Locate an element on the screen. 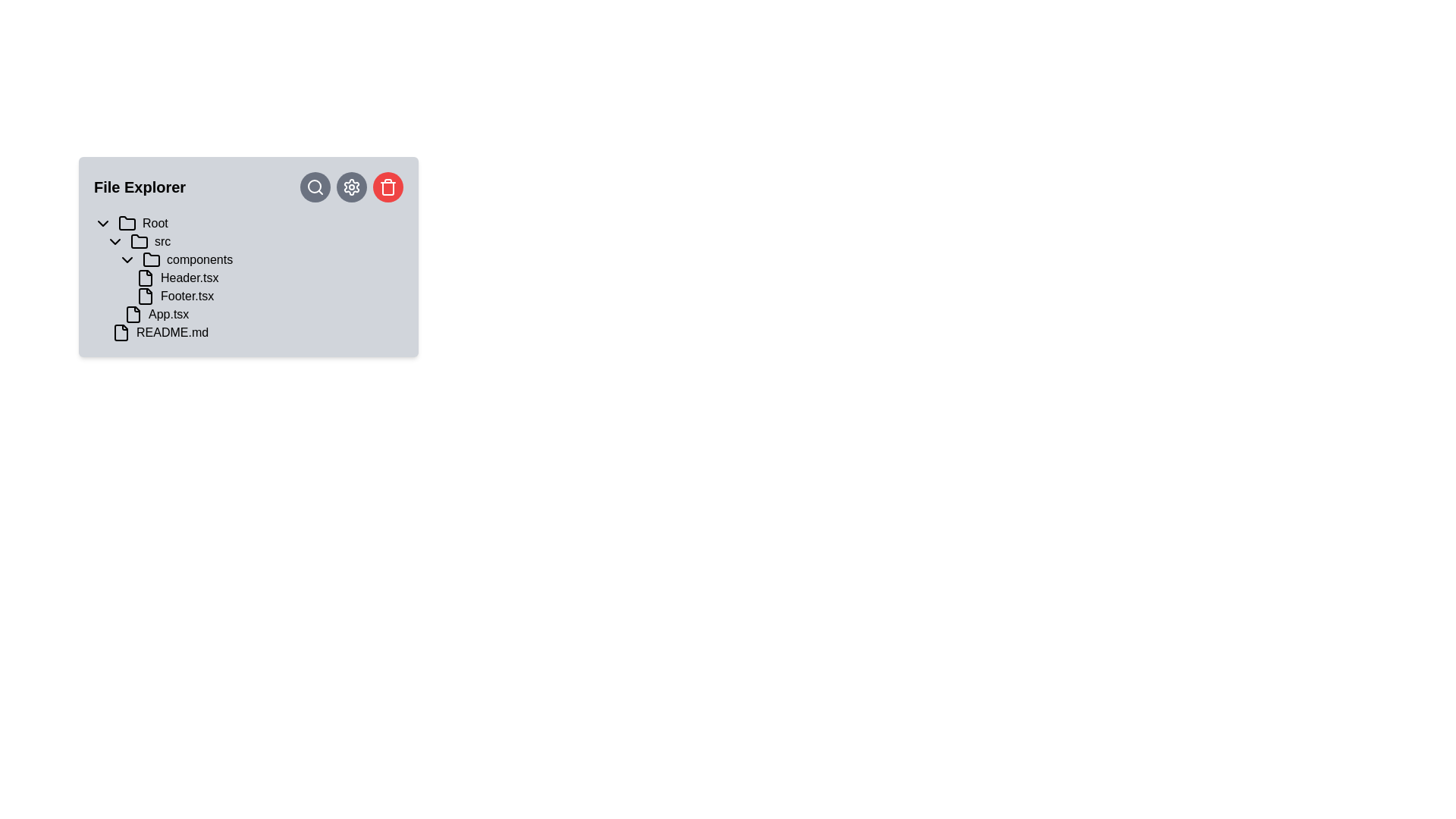  the file entry labeled 'README.md' in the file explorer is located at coordinates (255, 332).